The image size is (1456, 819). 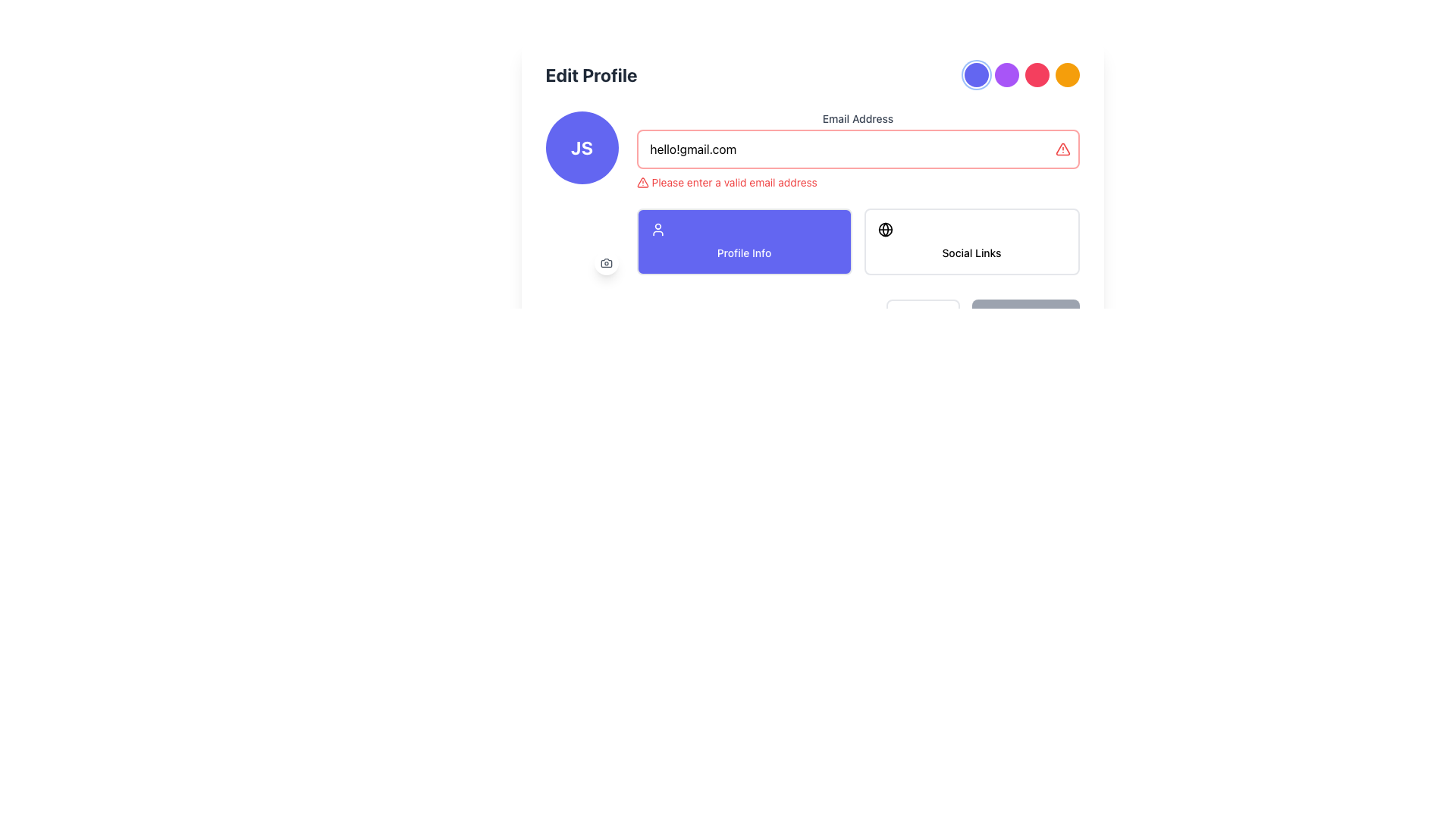 What do you see at coordinates (591, 75) in the screenshot?
I see `the 'Edit Profile' text label` at bounding box center [591, 75].